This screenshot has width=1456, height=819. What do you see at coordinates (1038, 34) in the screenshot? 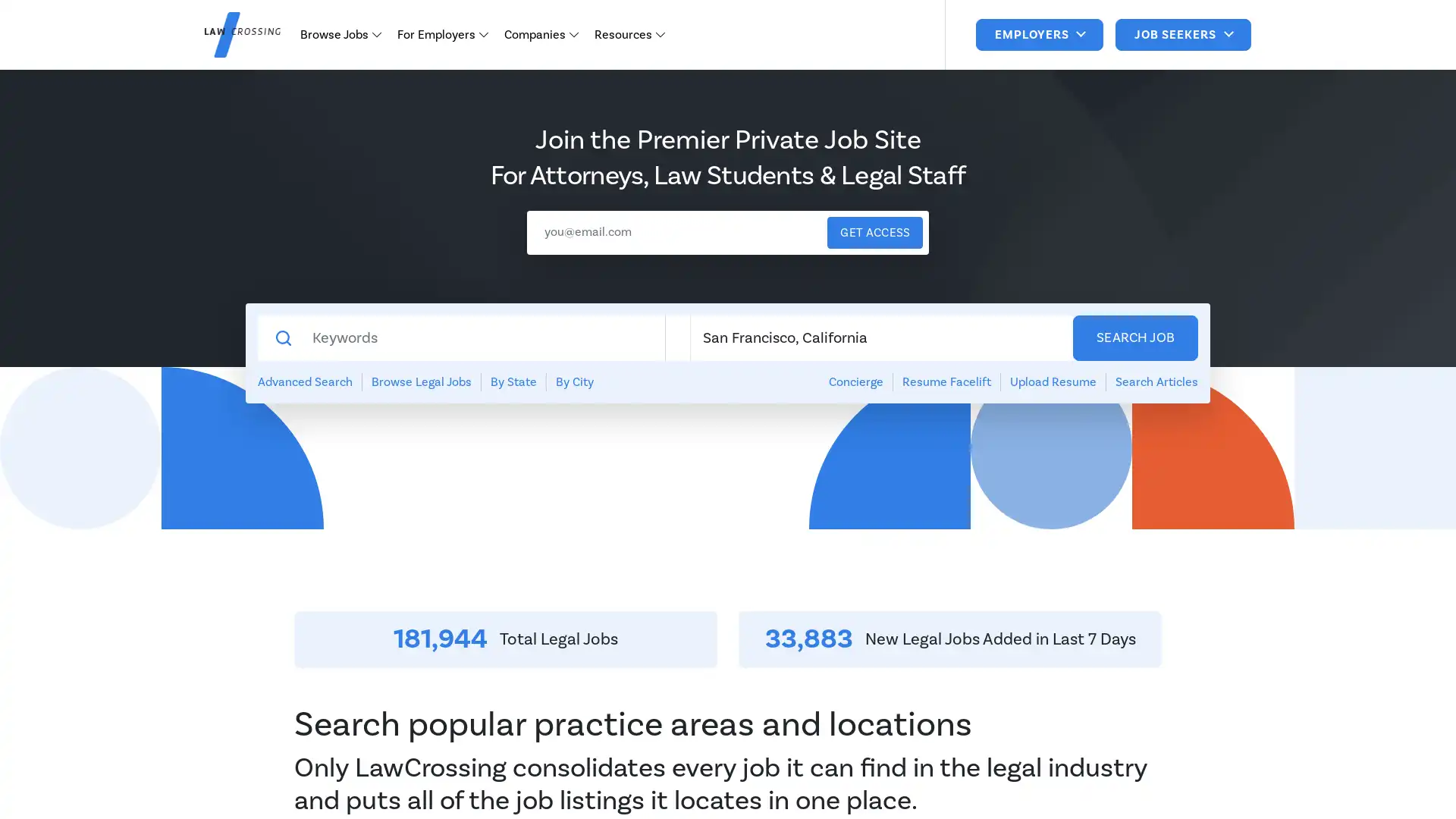
I see `EMPLOYERS` at bounding box center [1038, 34].